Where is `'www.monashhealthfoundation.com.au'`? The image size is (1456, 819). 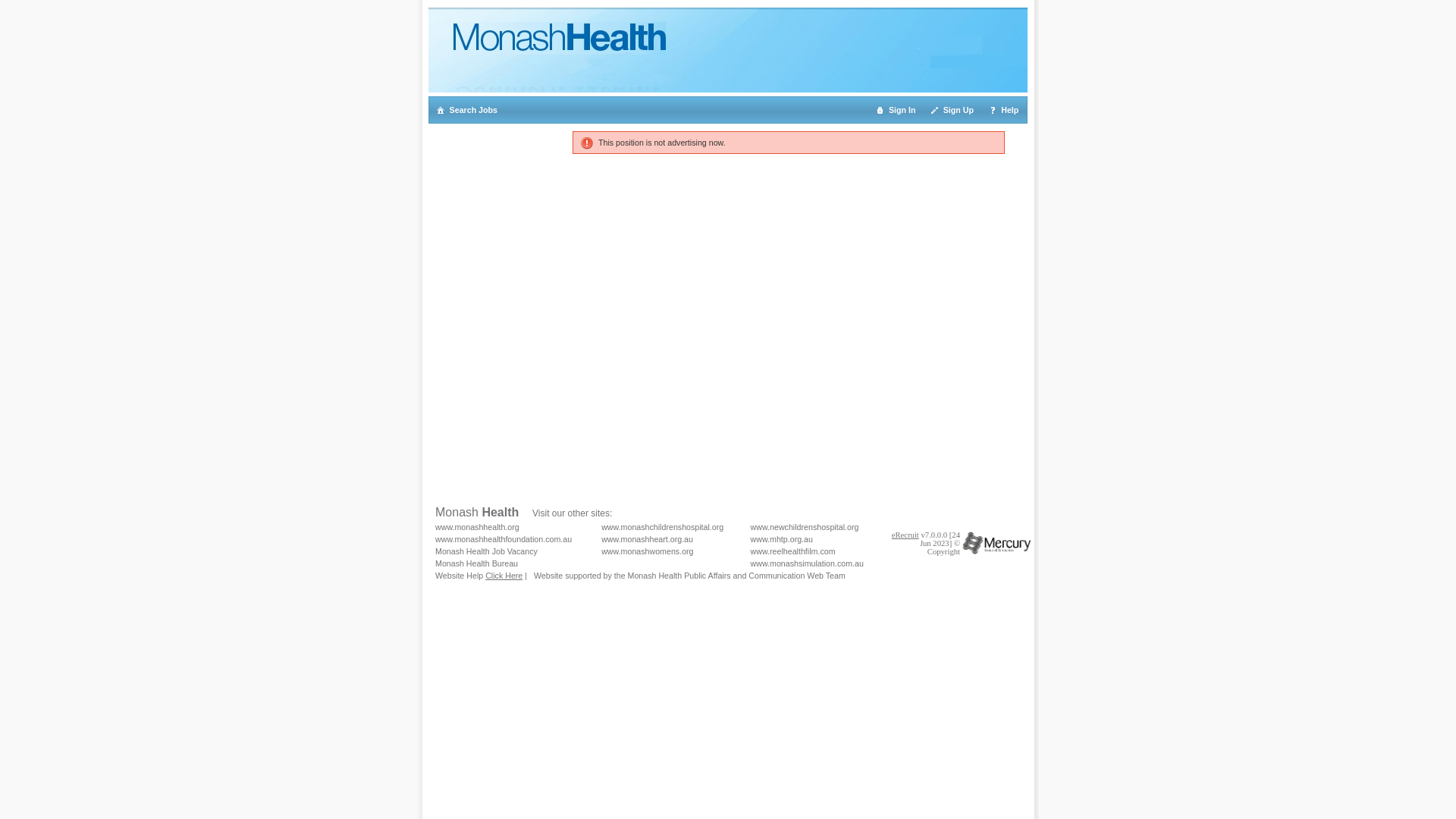
'www.monashhealthfoundation.com.au' is located at coordinates (435, 538).